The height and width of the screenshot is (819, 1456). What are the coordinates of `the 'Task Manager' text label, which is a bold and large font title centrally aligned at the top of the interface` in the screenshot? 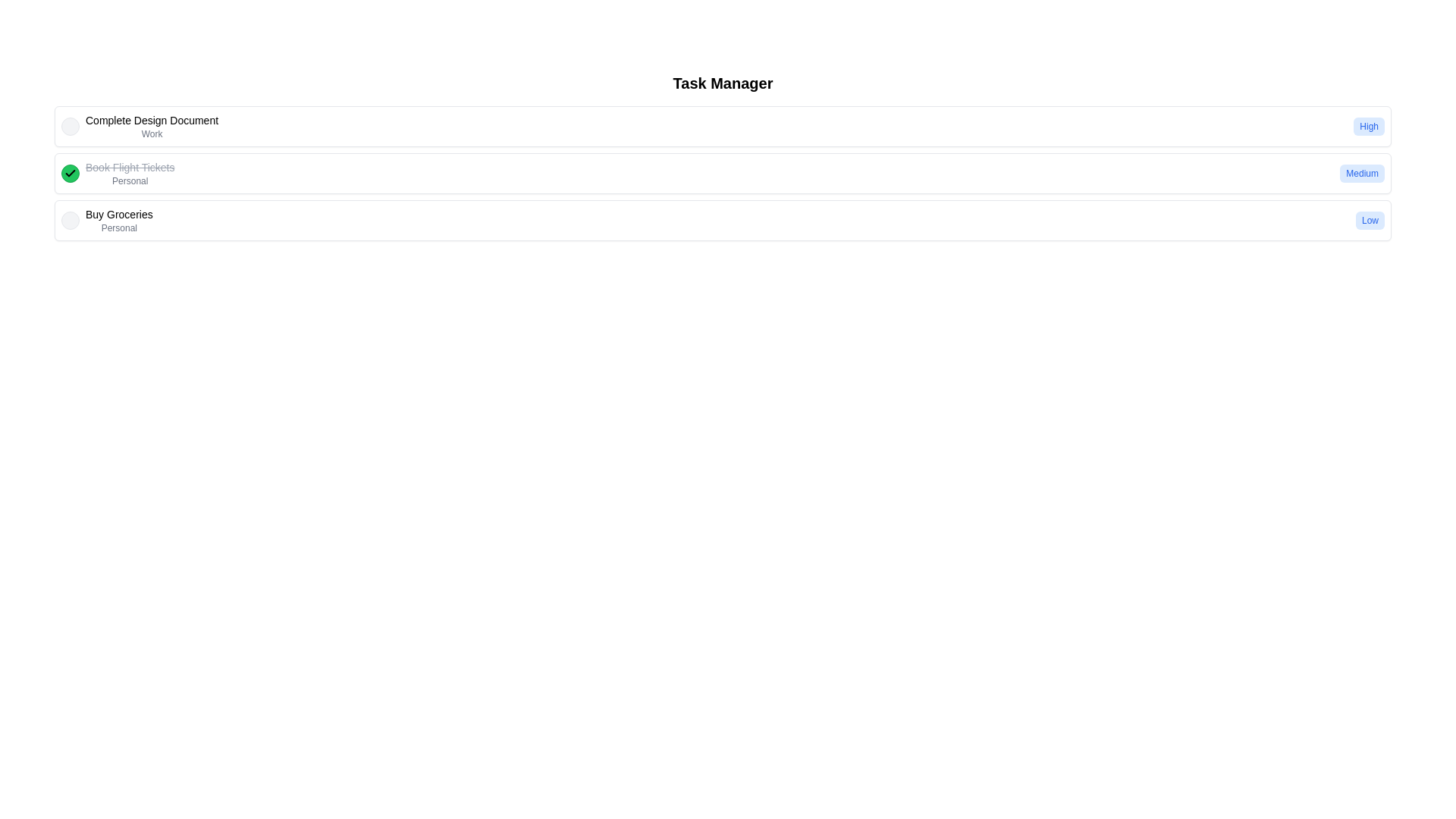 It's located at (722, 83).